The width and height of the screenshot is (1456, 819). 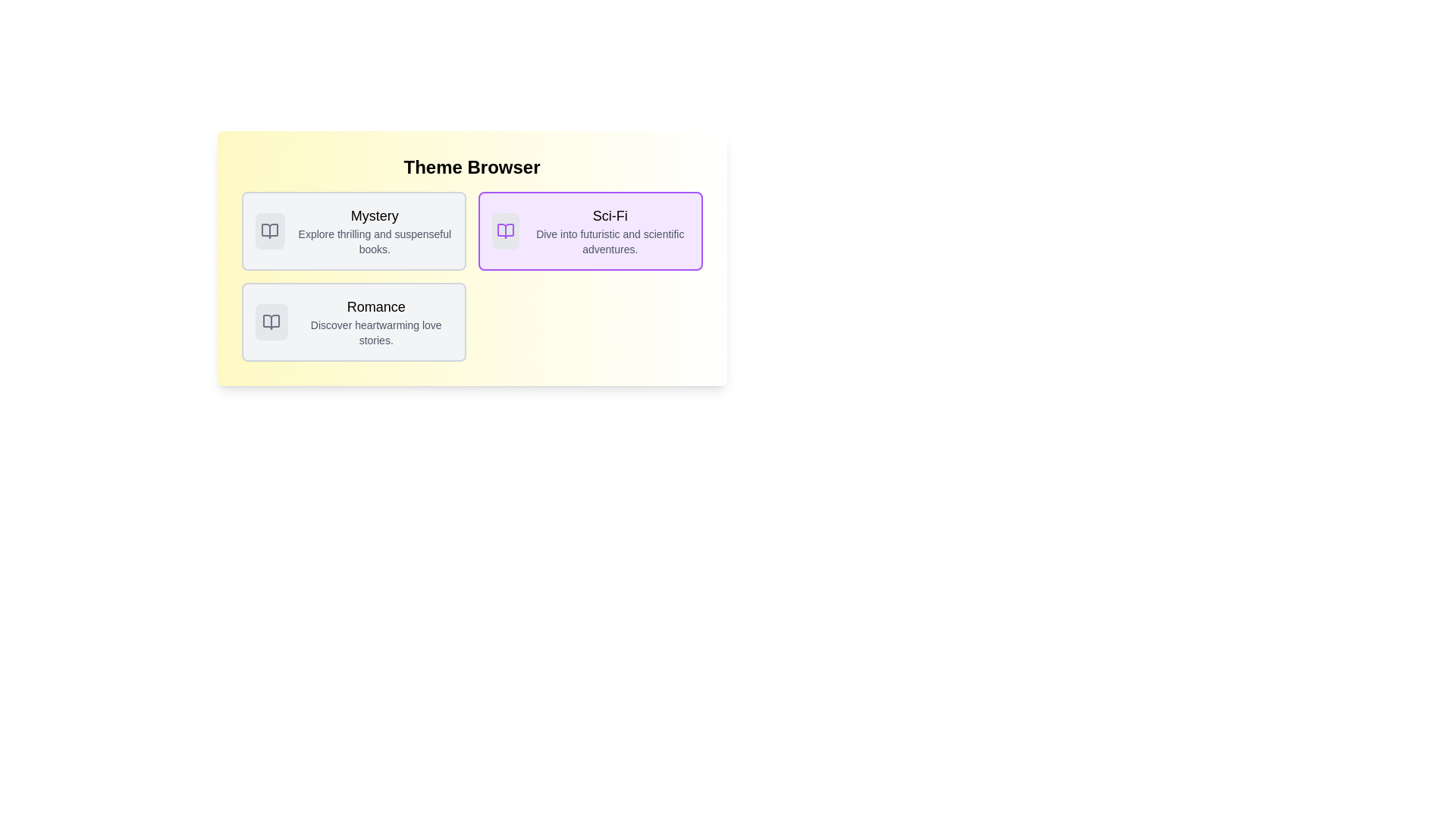 What do you see at coordinates (353, 321) in the screenshot?
I see `the theme card corresponding to Romance to select it` at bounding box center [353, 321].